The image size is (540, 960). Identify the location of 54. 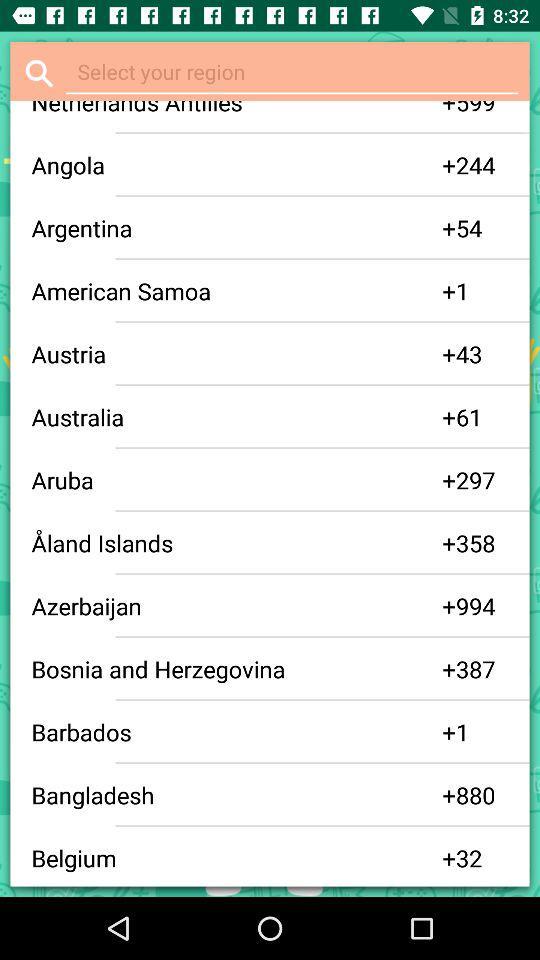
(481, 228).